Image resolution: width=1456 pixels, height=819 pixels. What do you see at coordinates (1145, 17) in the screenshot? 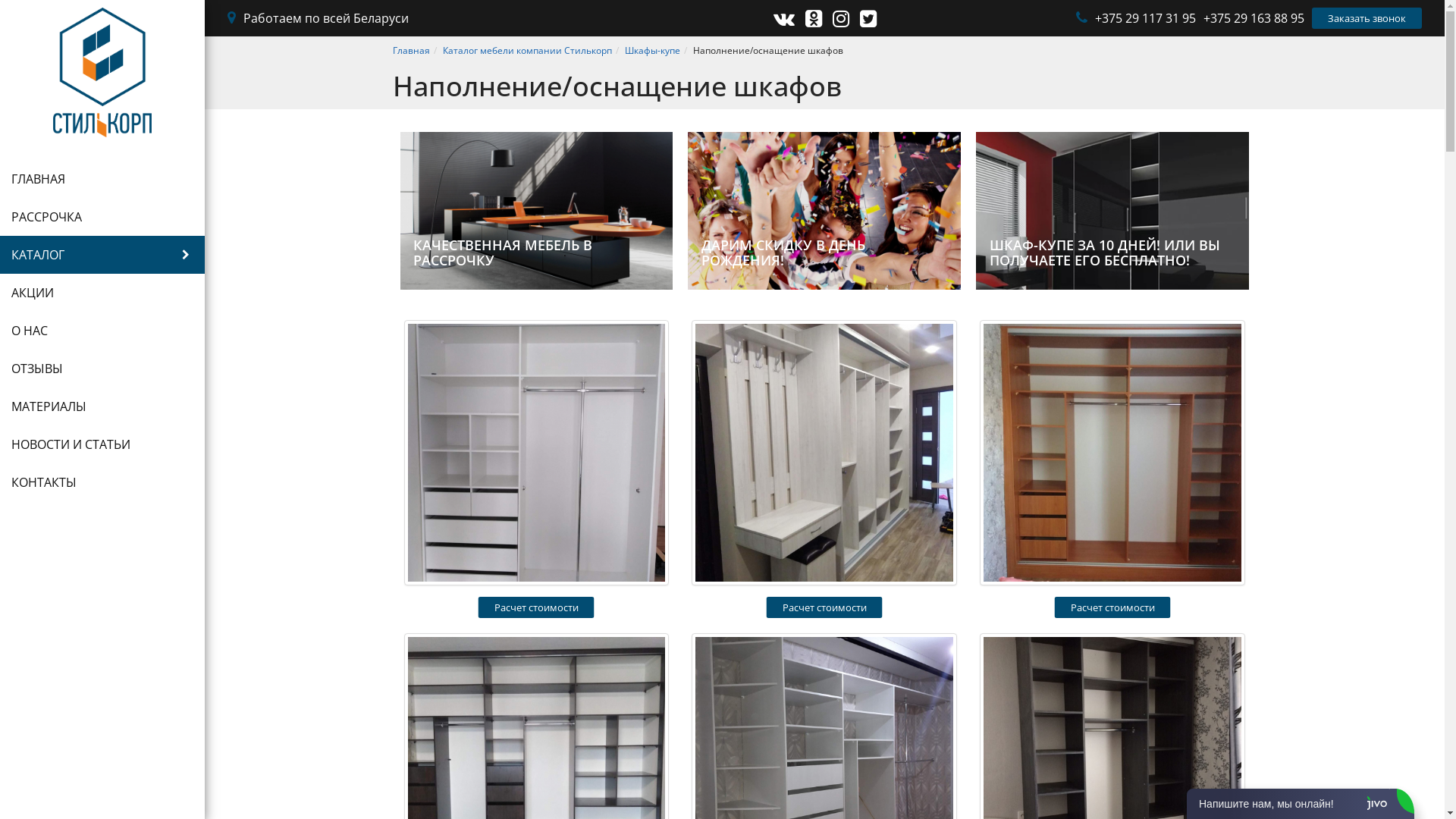
I see `'+375 29 117 31 95'` at bounding box center [1145, 17].